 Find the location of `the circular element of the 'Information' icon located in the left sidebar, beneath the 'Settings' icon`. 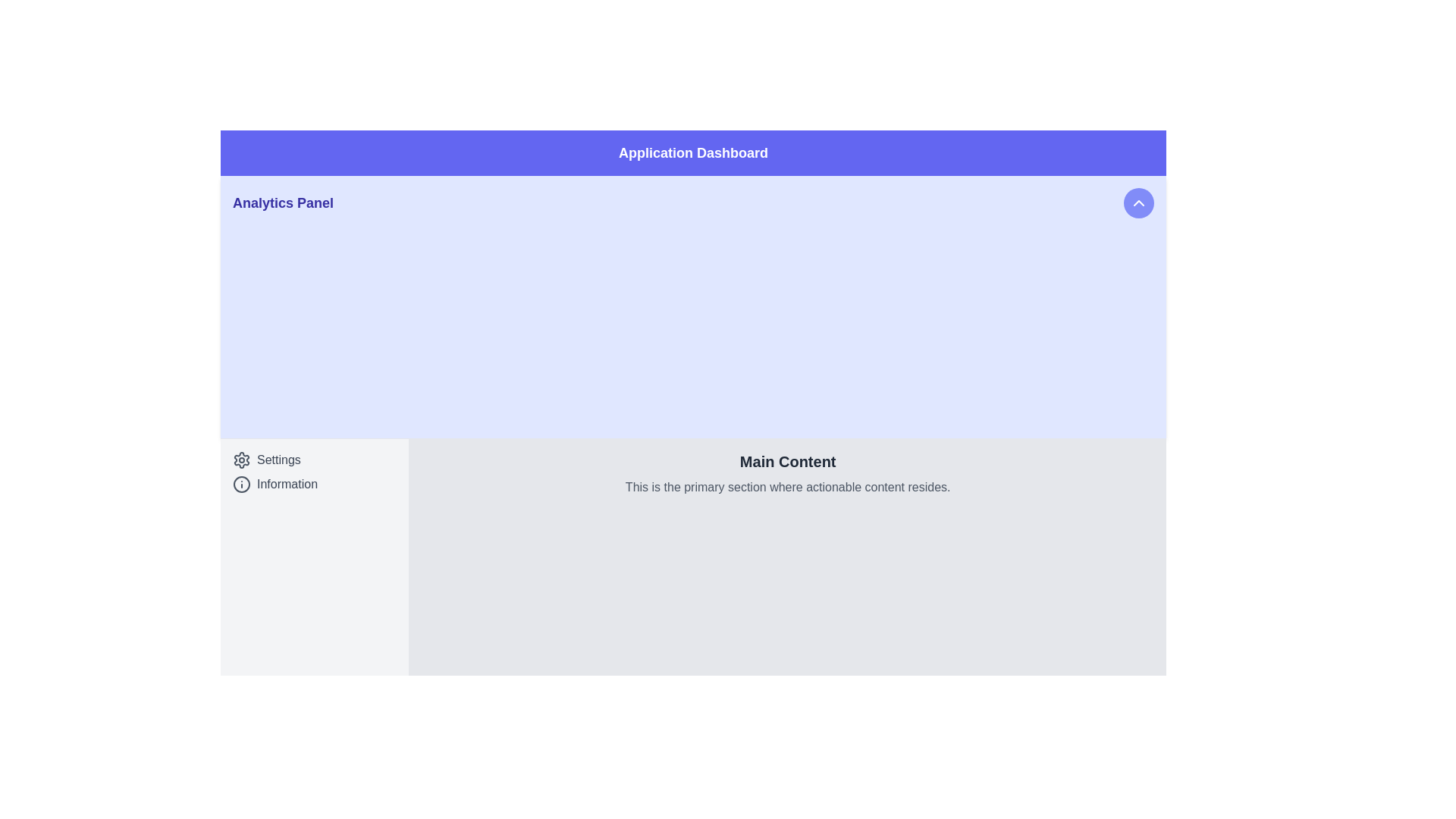

the circular element of the 'Information' icon located in the left sidebar, beneath the 'Settings' icon is located at coordinates (240, 484).